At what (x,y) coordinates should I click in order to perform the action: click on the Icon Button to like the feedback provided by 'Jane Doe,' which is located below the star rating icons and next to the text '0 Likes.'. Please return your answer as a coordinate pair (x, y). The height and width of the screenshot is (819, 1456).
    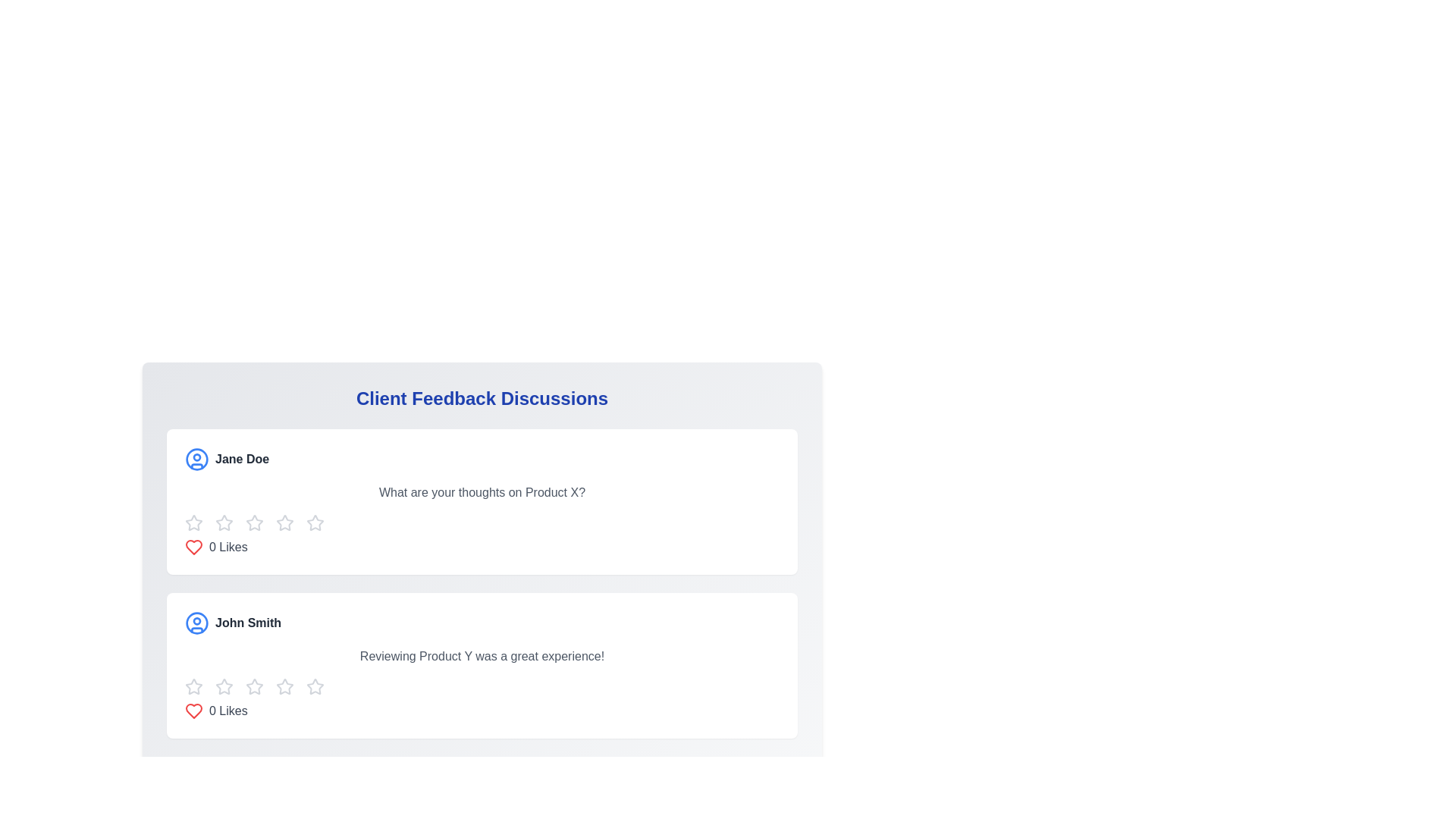
    Looking at the image, I should click on (193, 547).